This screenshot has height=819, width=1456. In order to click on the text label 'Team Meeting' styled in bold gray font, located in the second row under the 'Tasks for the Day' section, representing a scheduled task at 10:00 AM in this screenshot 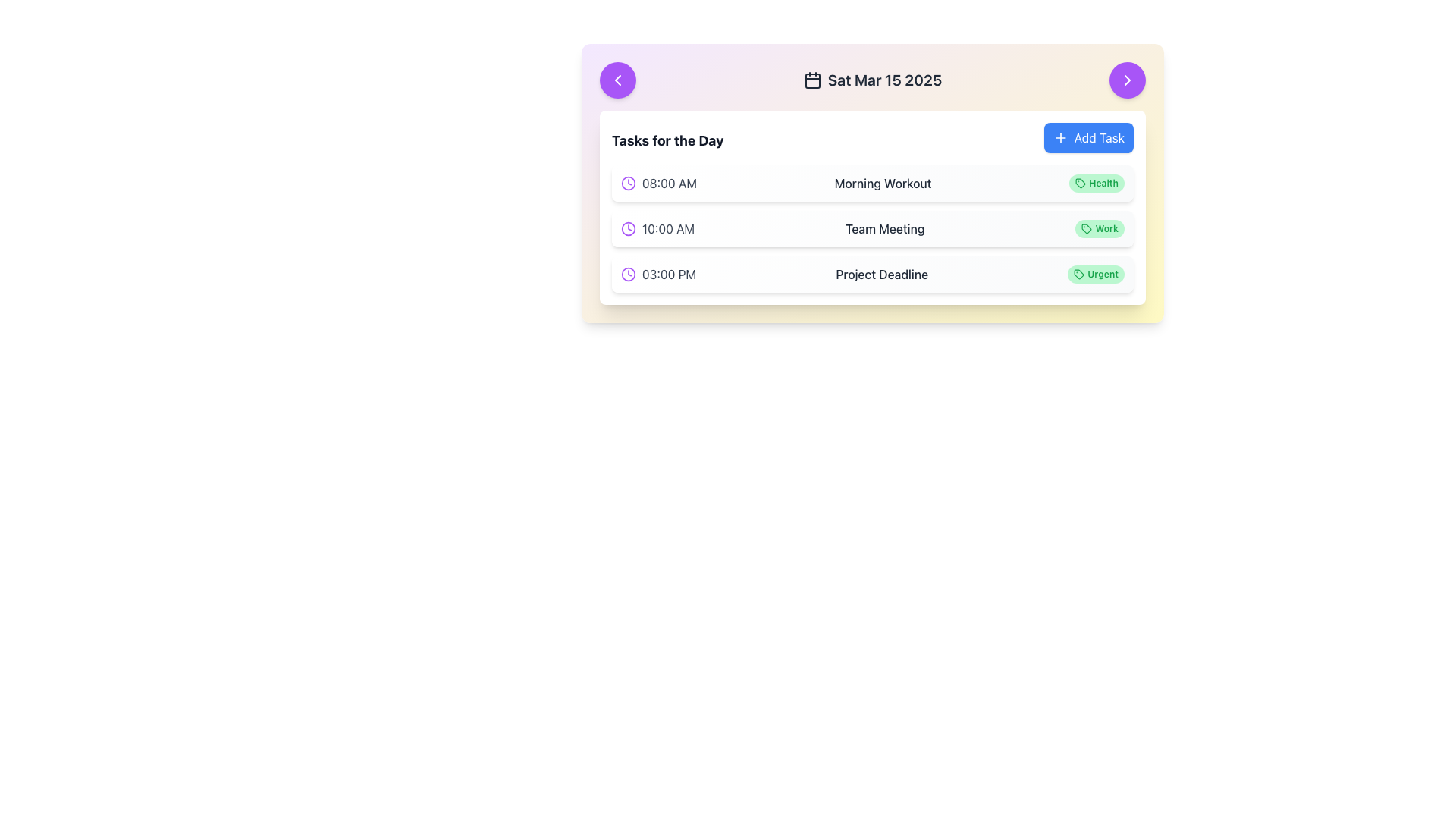, I will do `click(885, 228)`.